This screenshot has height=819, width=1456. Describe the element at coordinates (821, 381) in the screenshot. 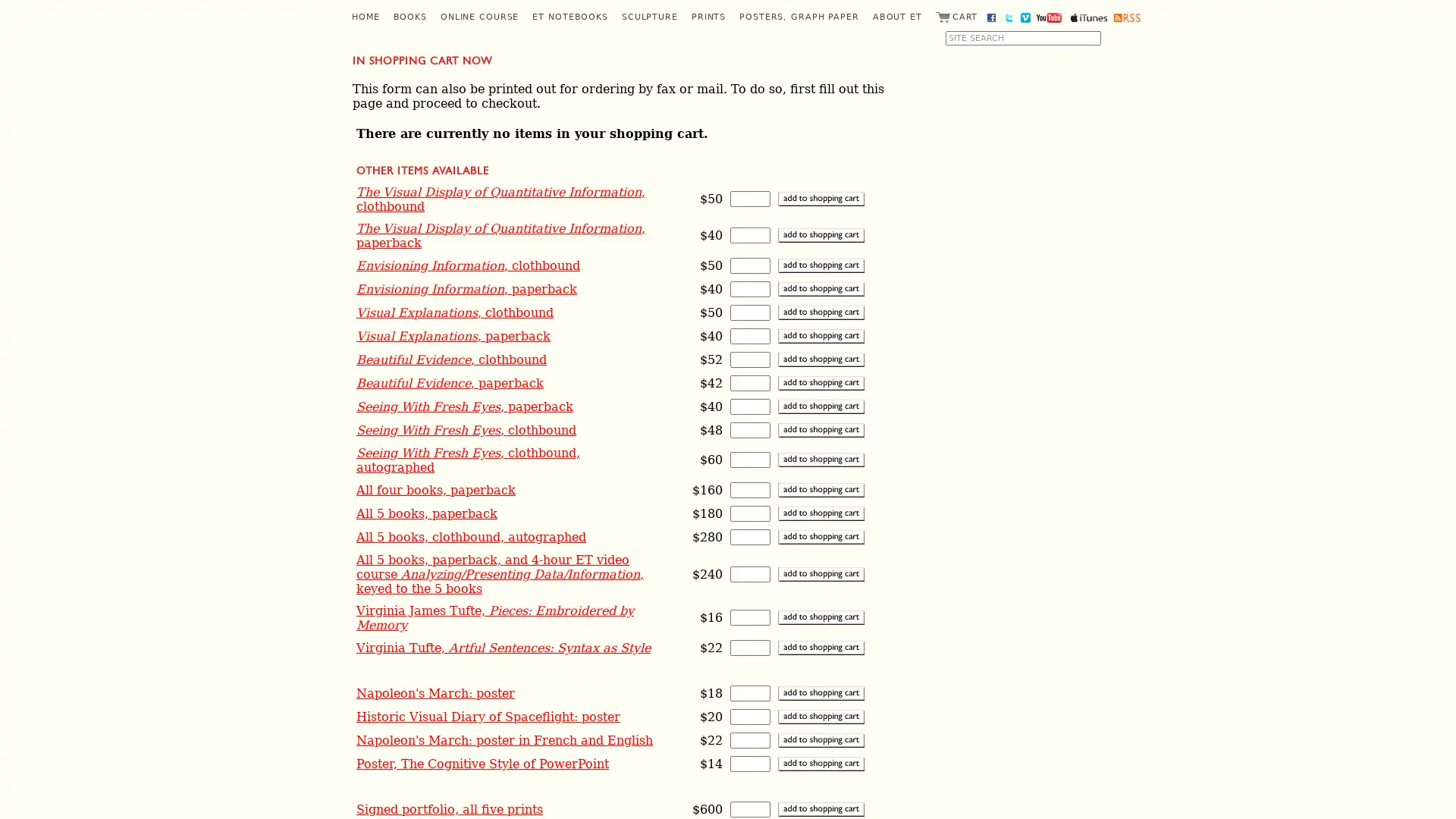

I see `add to shopping cart` at that location.